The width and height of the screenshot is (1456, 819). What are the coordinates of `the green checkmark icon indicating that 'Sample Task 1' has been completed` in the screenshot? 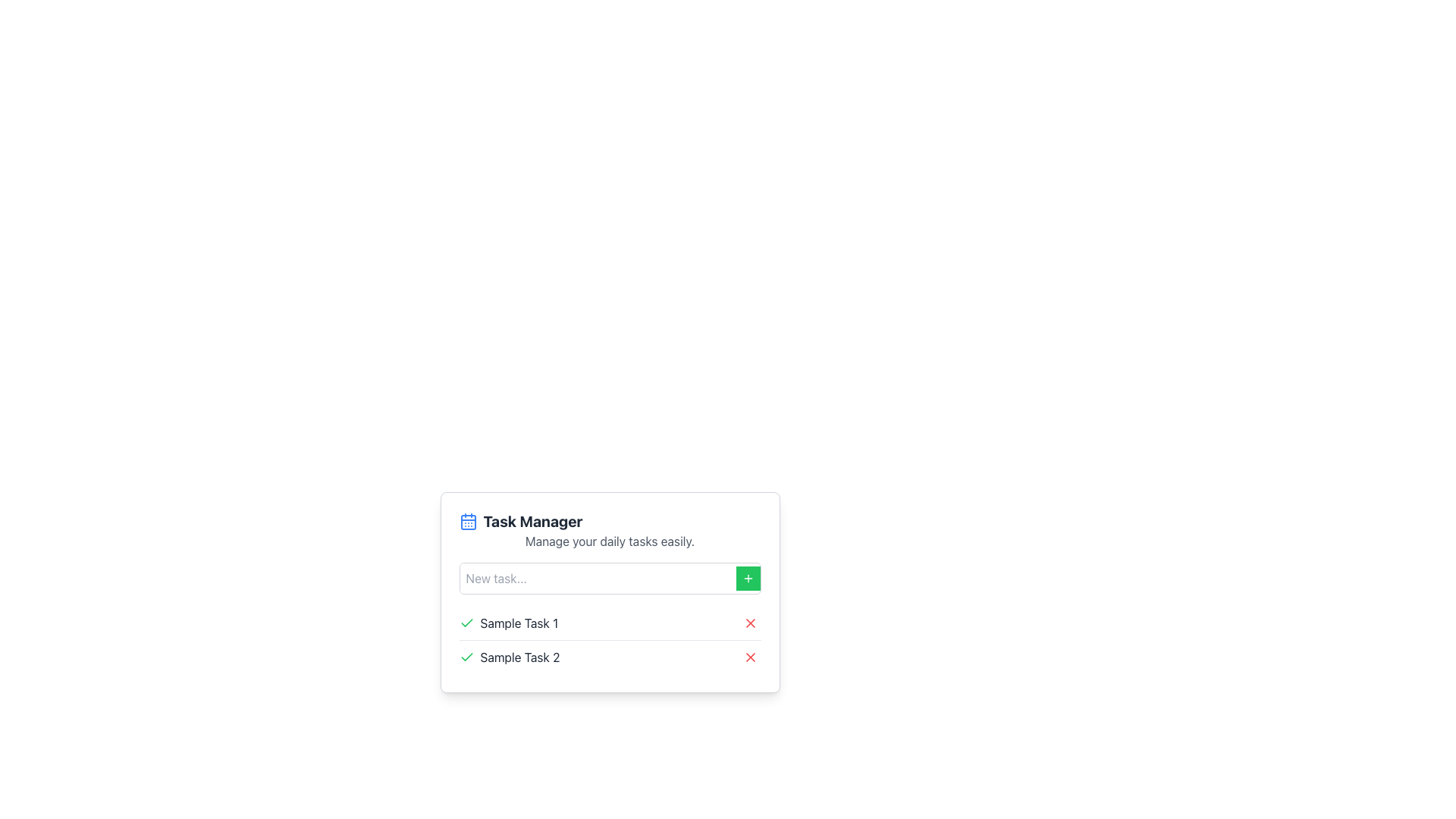 It's located at (466, 656).